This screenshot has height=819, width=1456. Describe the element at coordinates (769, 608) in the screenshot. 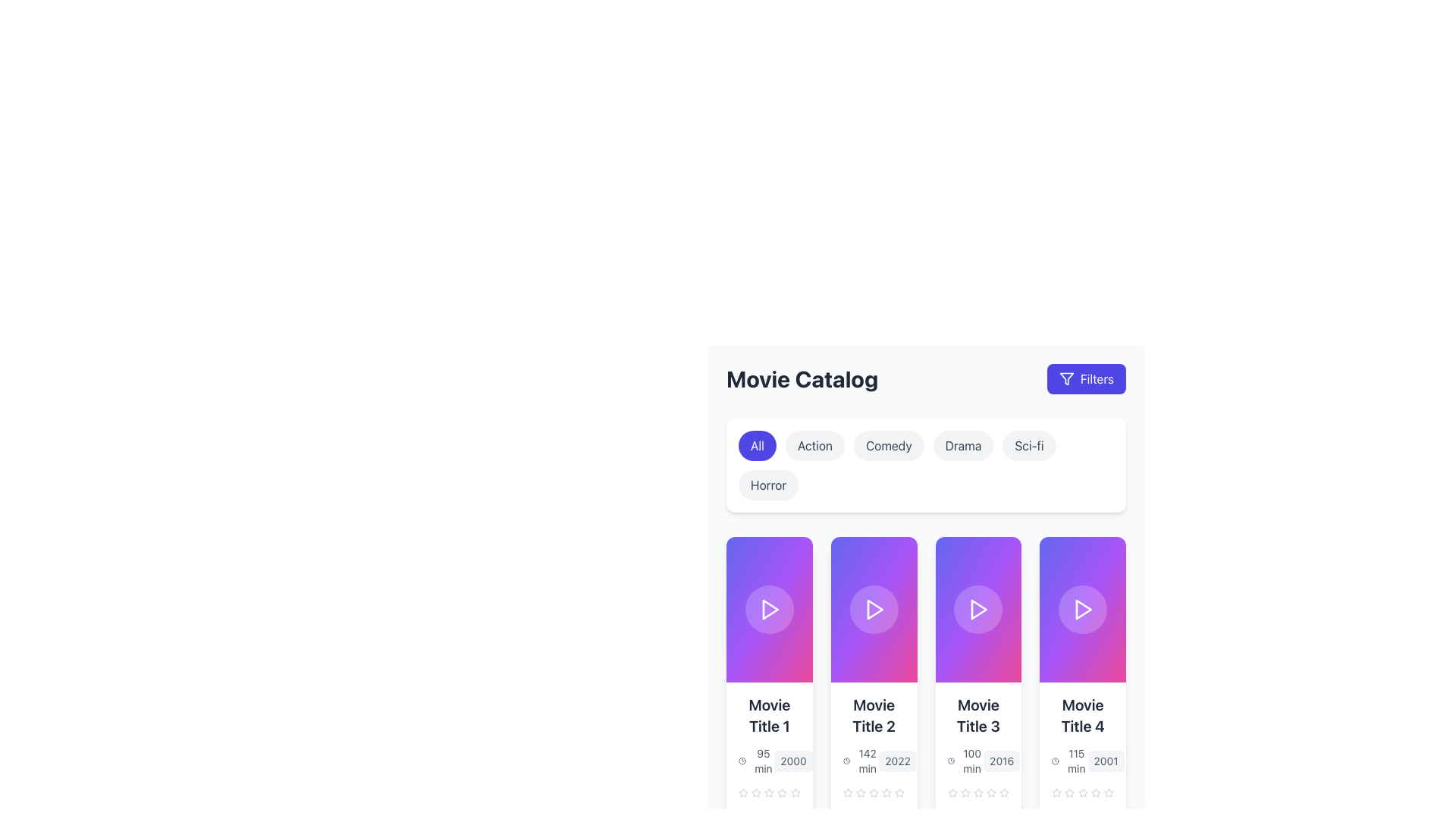

I see `the circular play button in the center of the gradient-styled rectangular banner for 'Movie Title 1'` at that location.